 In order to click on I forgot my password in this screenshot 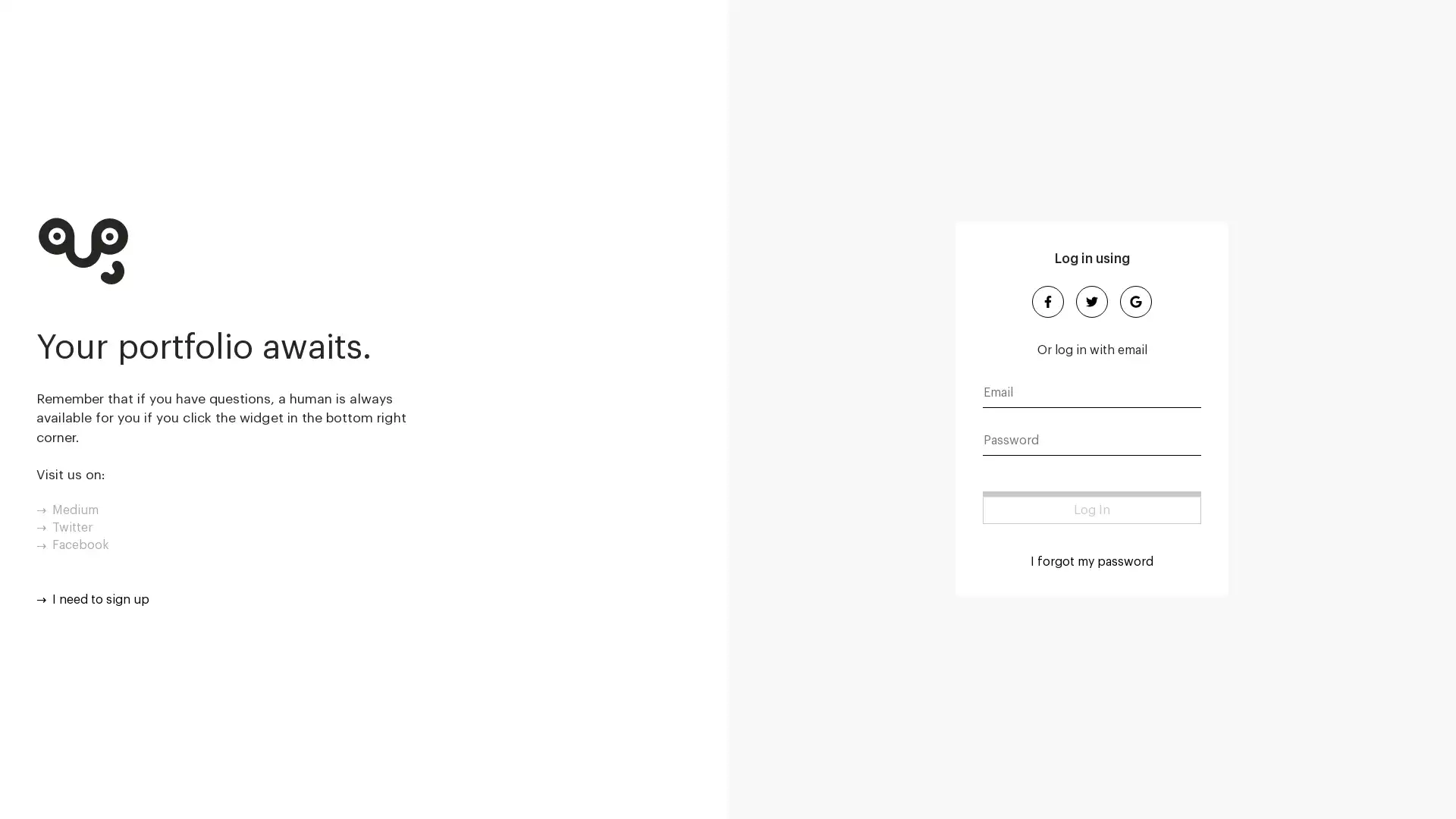, I will do `click(1092, 561)`.